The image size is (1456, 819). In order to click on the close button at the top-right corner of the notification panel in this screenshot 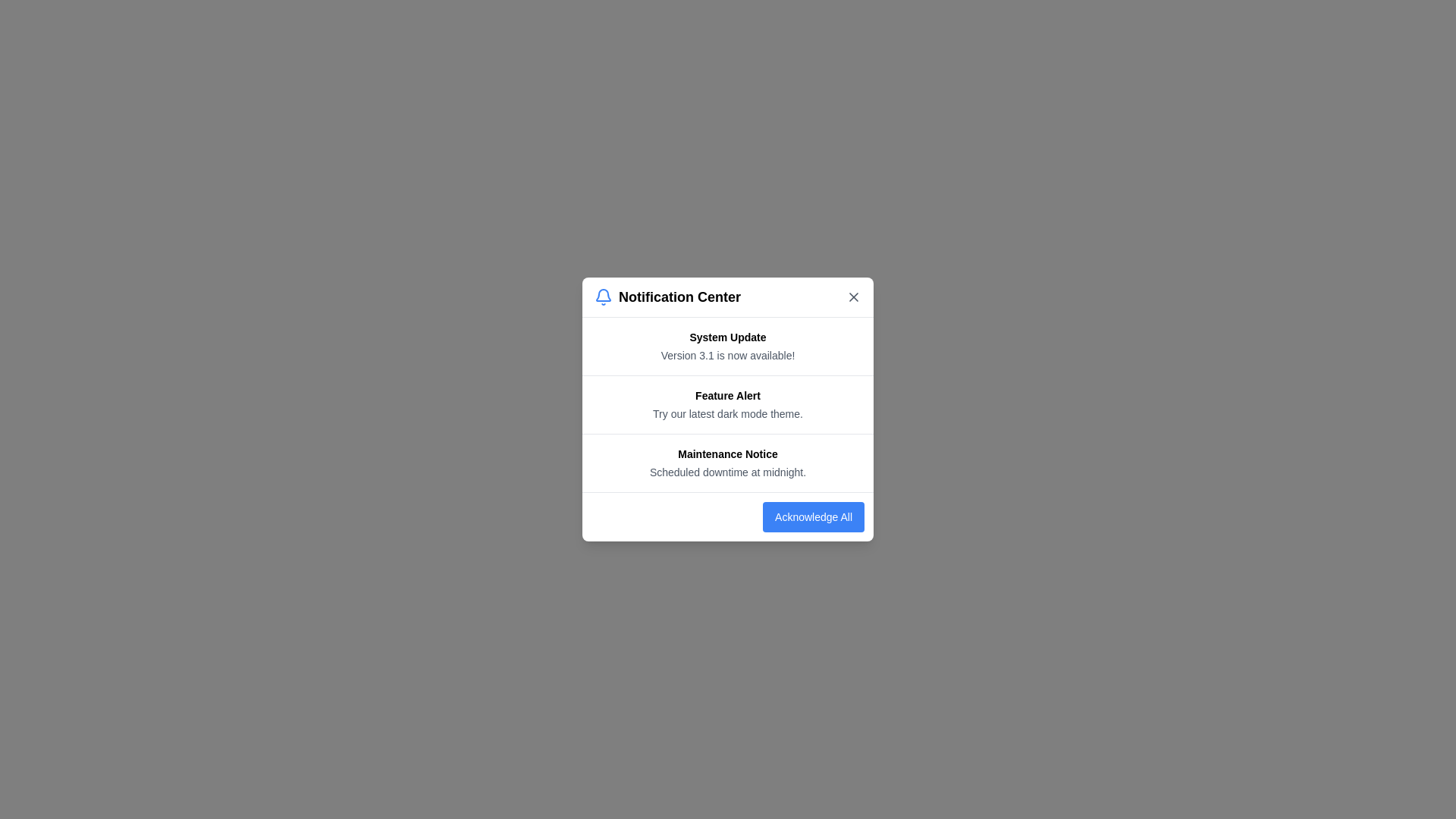, I will do `click(854, 297)`.